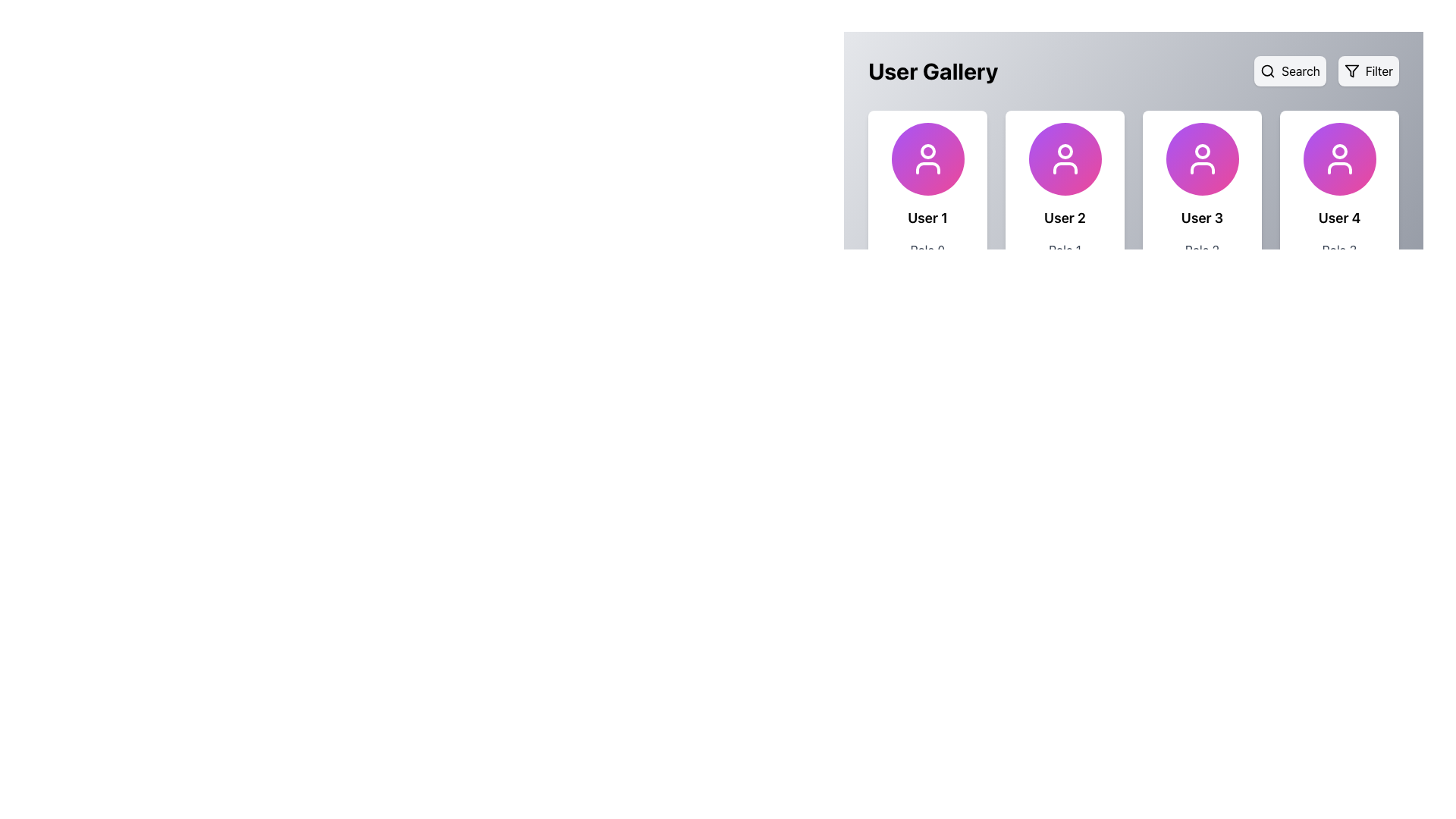  I want to click on the graphical circle component of the magnifying glass icon, so click(1267, 71).